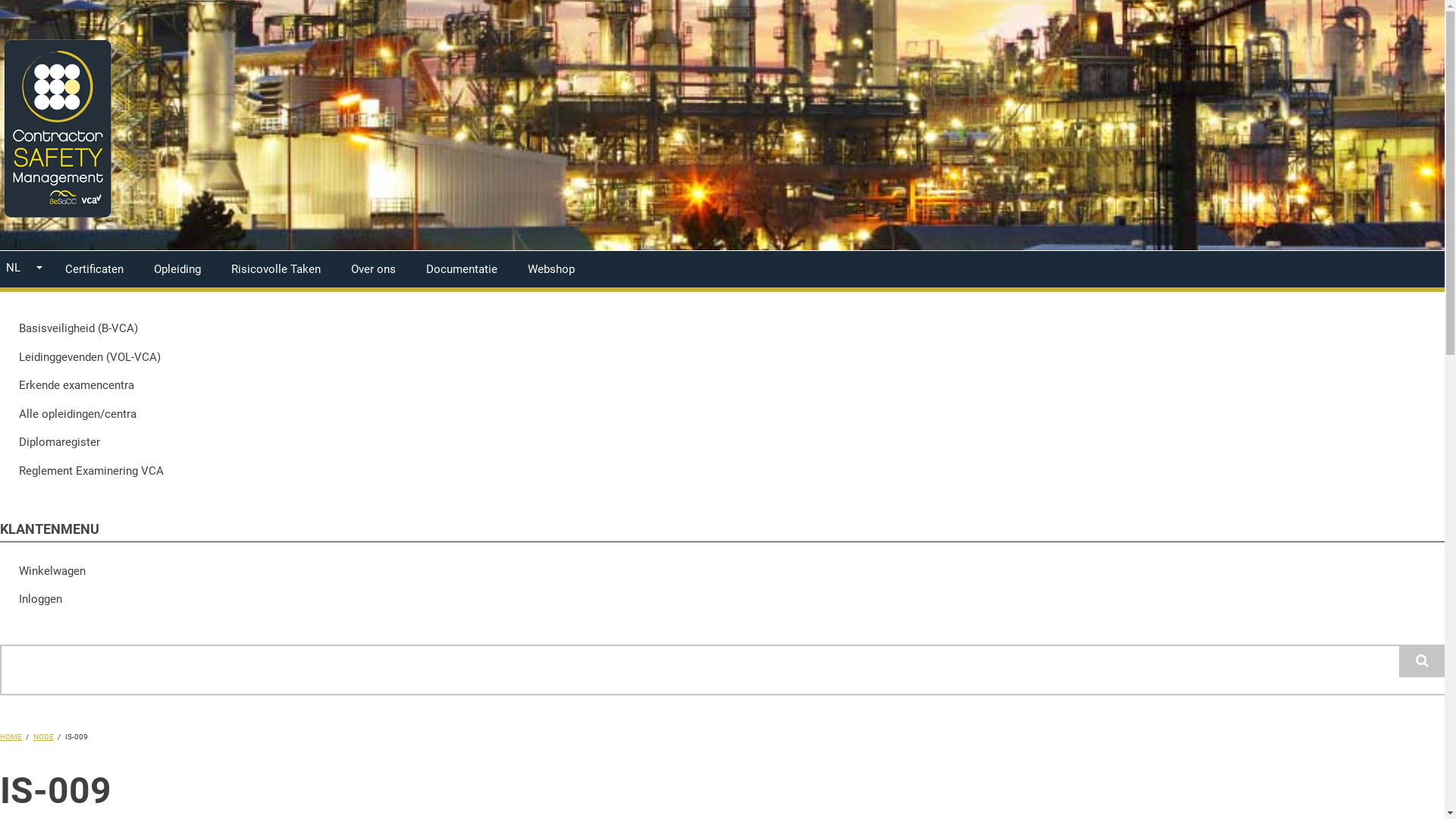  What do you see at coordinates (373, 268) in the screenshot?
I see `'Over ons'` at bounding box center [373, 268].